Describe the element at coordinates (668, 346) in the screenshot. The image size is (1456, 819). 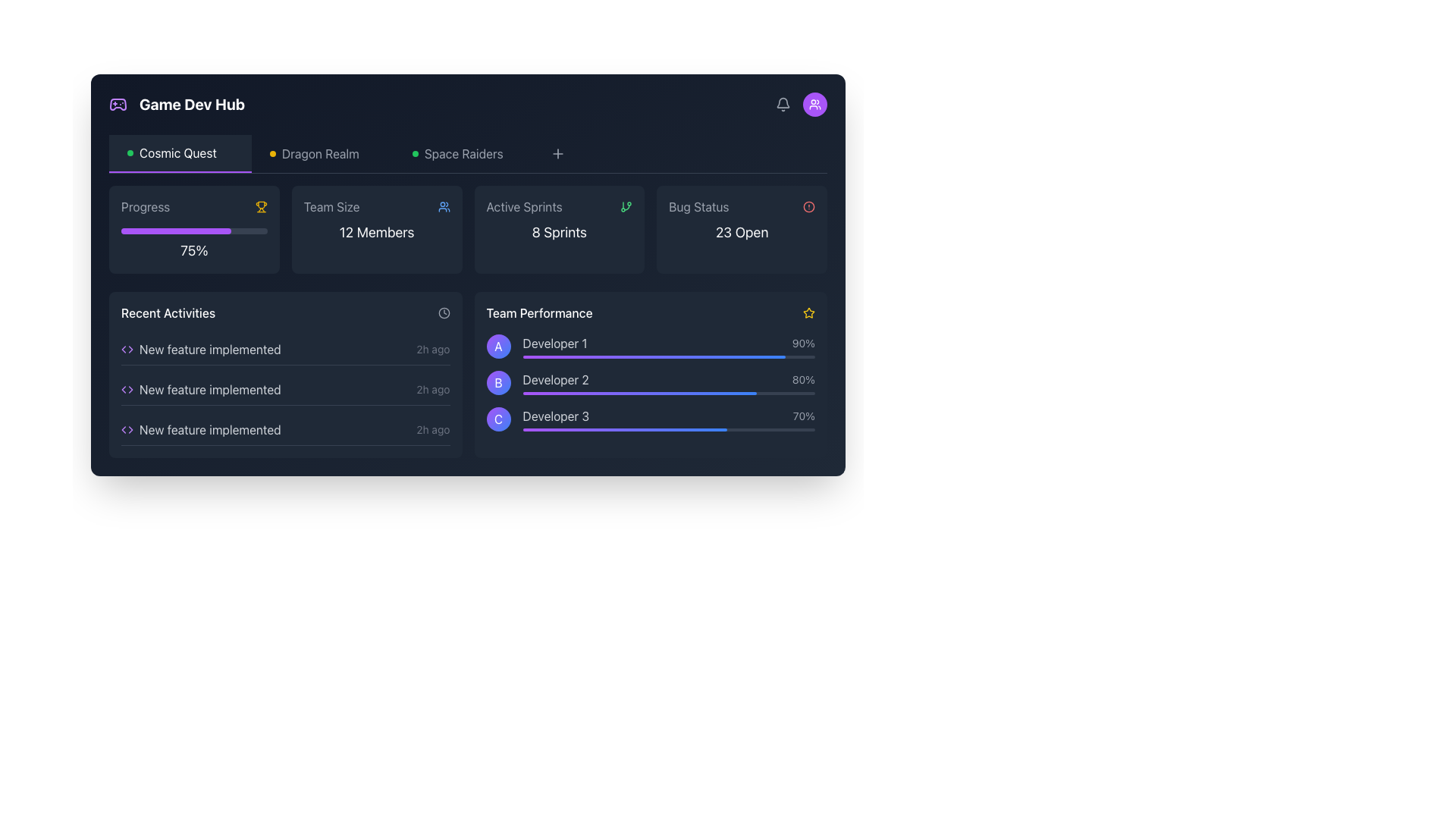
I see `the progress bar indicating 90% for 'Developer 1'` at that location.